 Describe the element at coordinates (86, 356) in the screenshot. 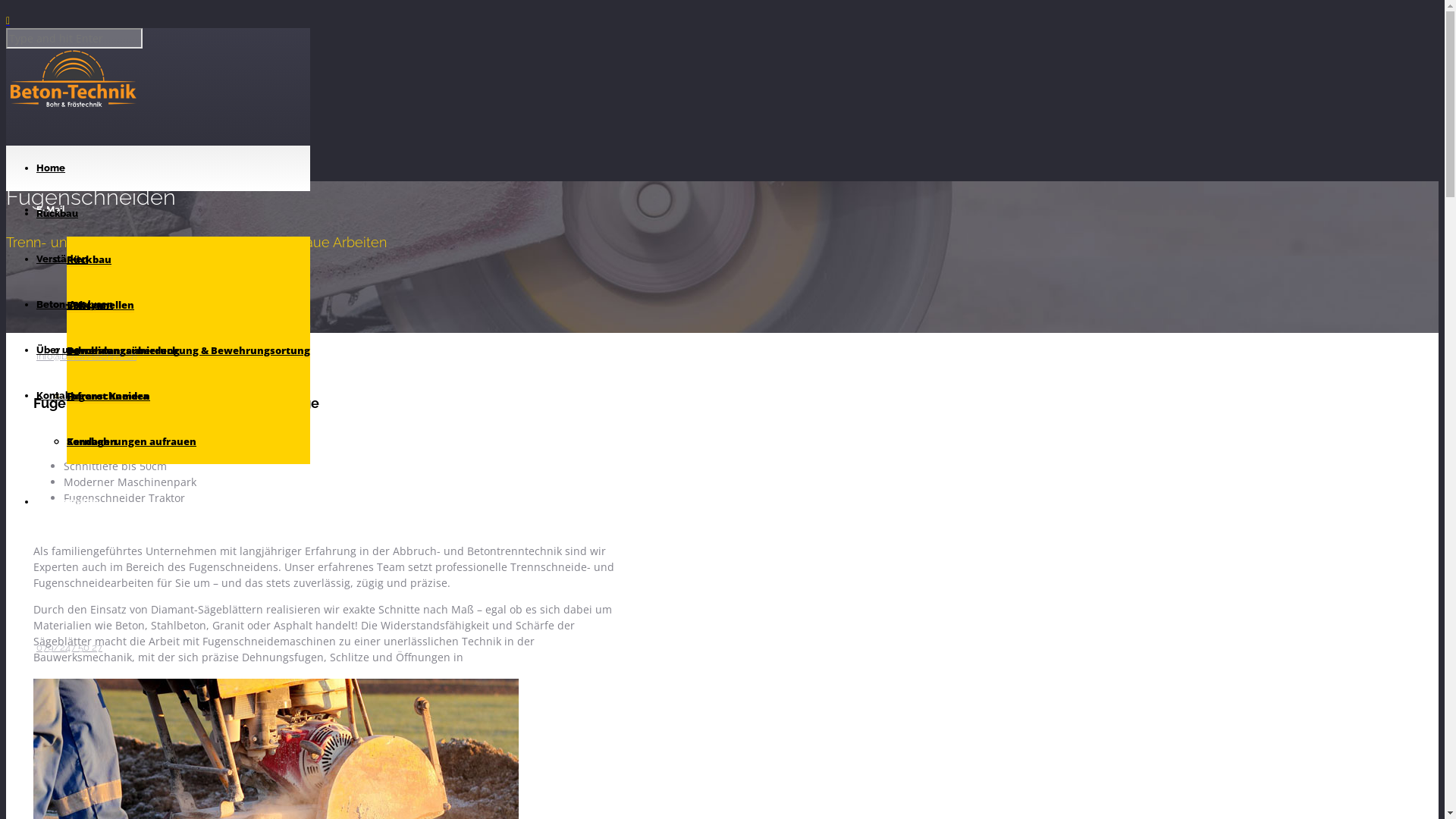

I see `'info@beton-technik.ch'` at that location.